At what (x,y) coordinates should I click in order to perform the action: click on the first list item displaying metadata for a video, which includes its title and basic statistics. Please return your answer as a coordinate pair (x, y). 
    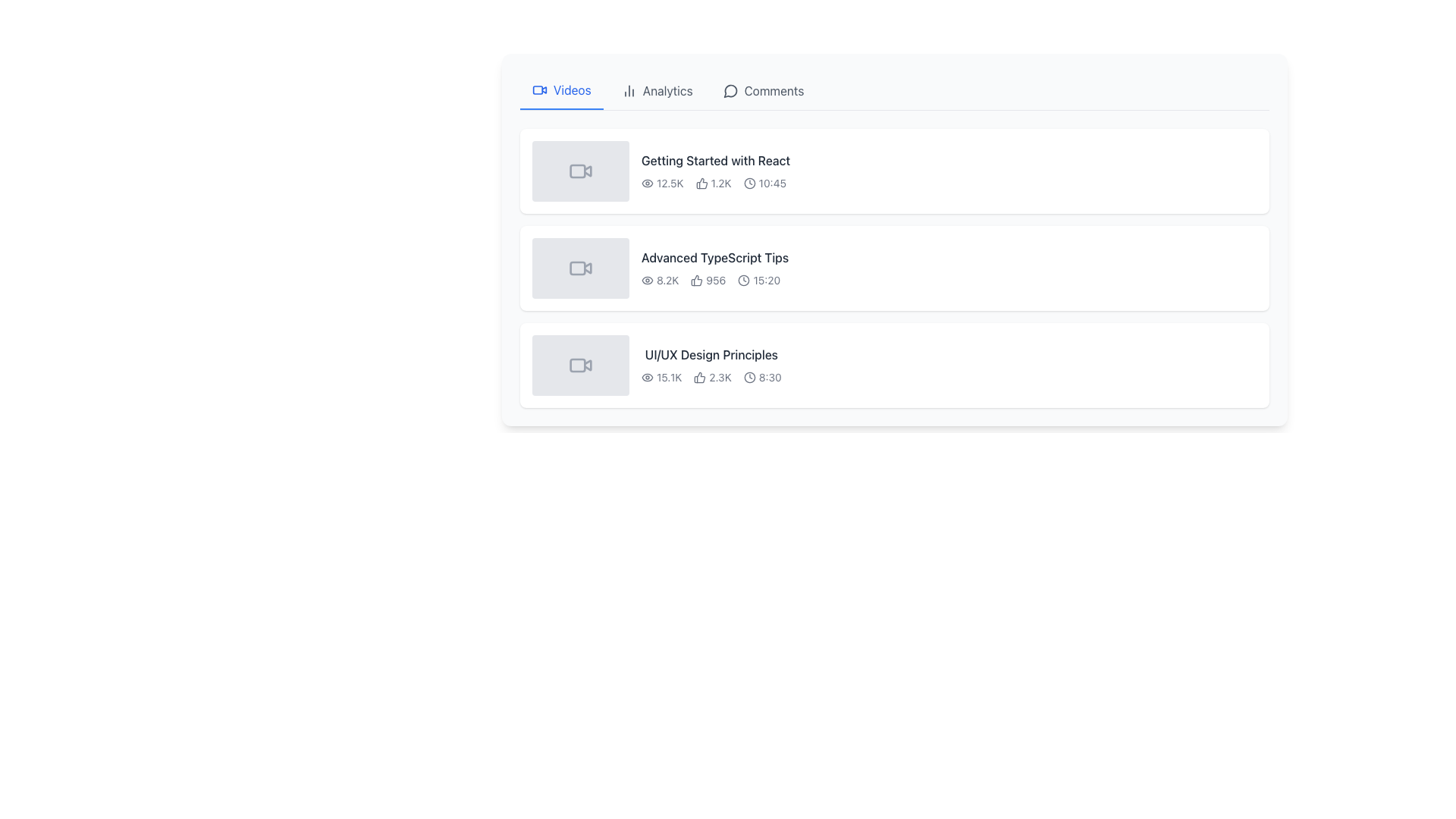
    Looking at the image, I should click on (715, 171).